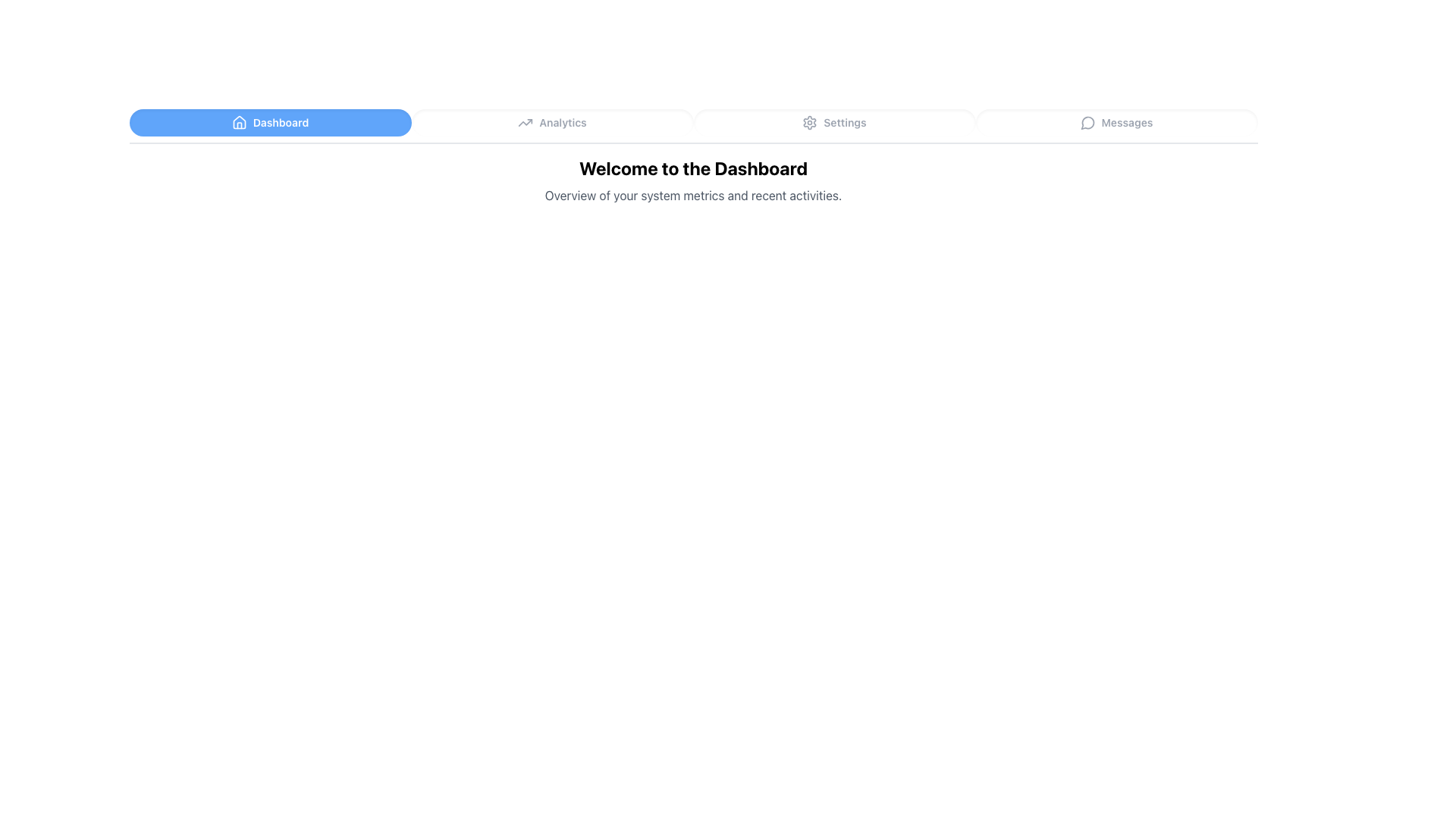  Describe the element at coordinates (562, 122) in the screenshot. I see `the 'Analytics' text label in the navigation bar` at that location.